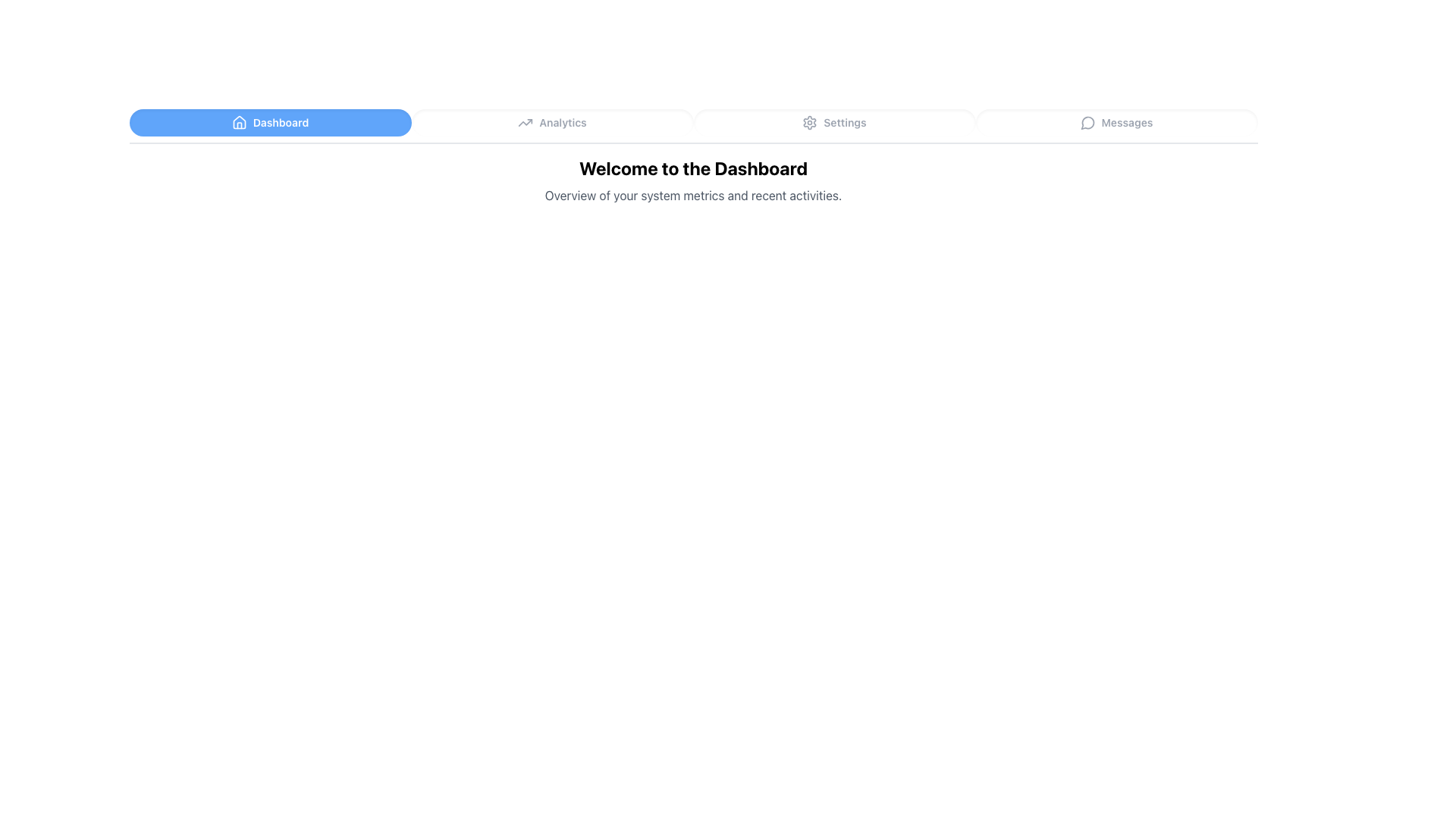  Describe the element at coordinates (562, 122) in the screenshot. I see `the 'Analytics' text label in the navigation bar` at that location.